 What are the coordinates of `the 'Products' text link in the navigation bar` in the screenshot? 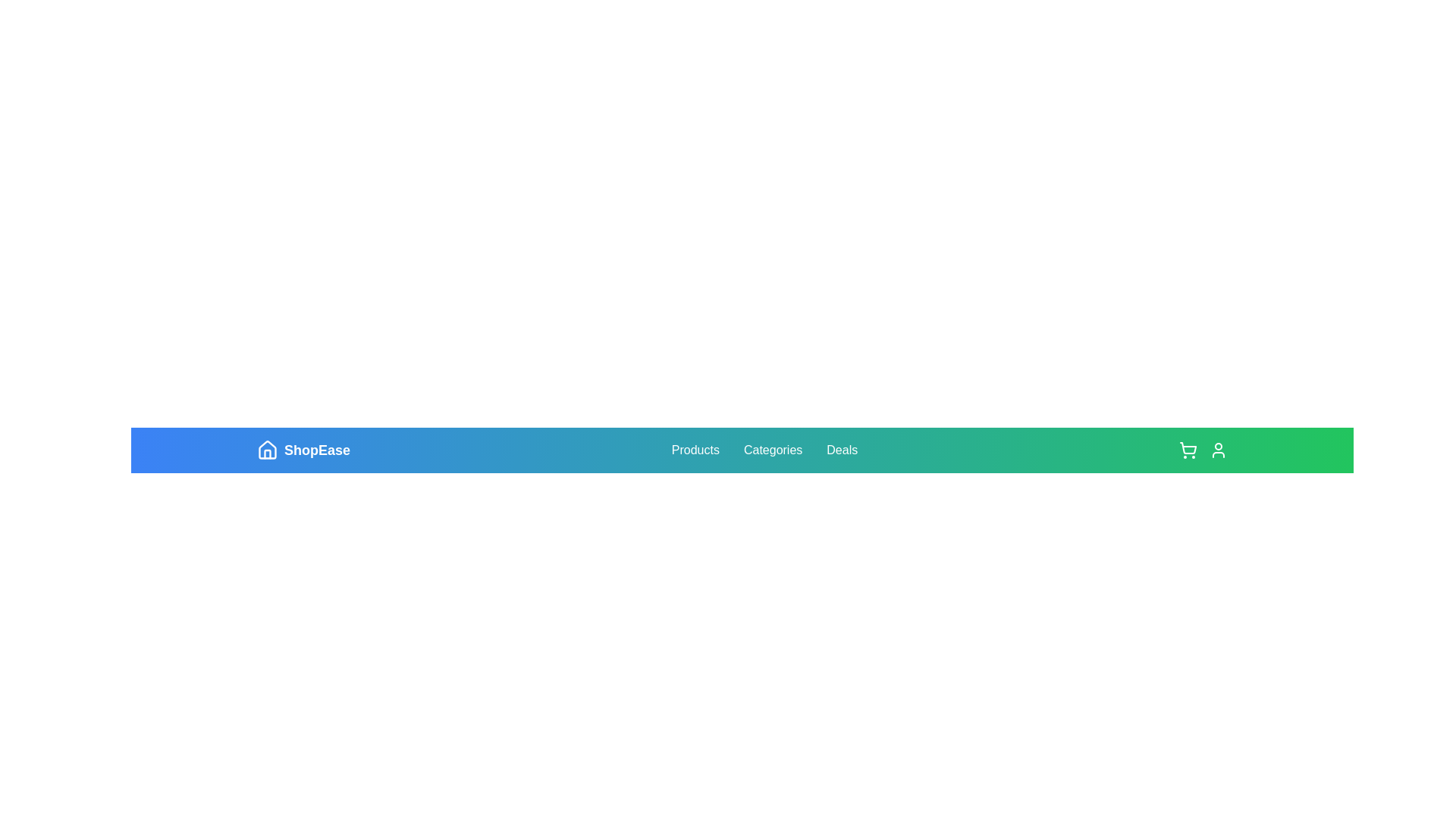 It's located at (695, 450).